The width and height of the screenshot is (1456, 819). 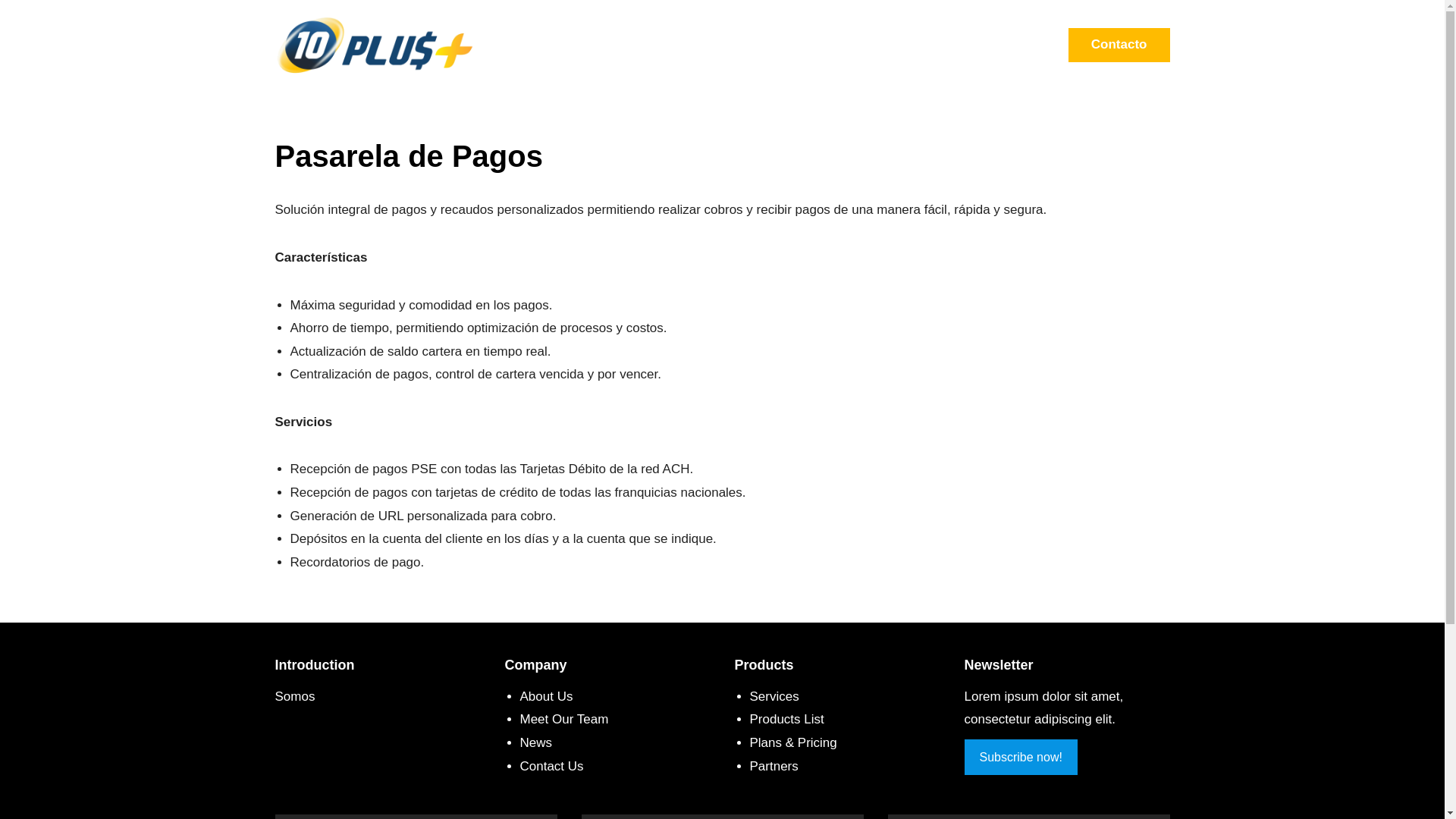 What do you see at coordinates (520, 718) in the screenshot?
I see `'Meet Our Team'` at bounding box center [520, 718].